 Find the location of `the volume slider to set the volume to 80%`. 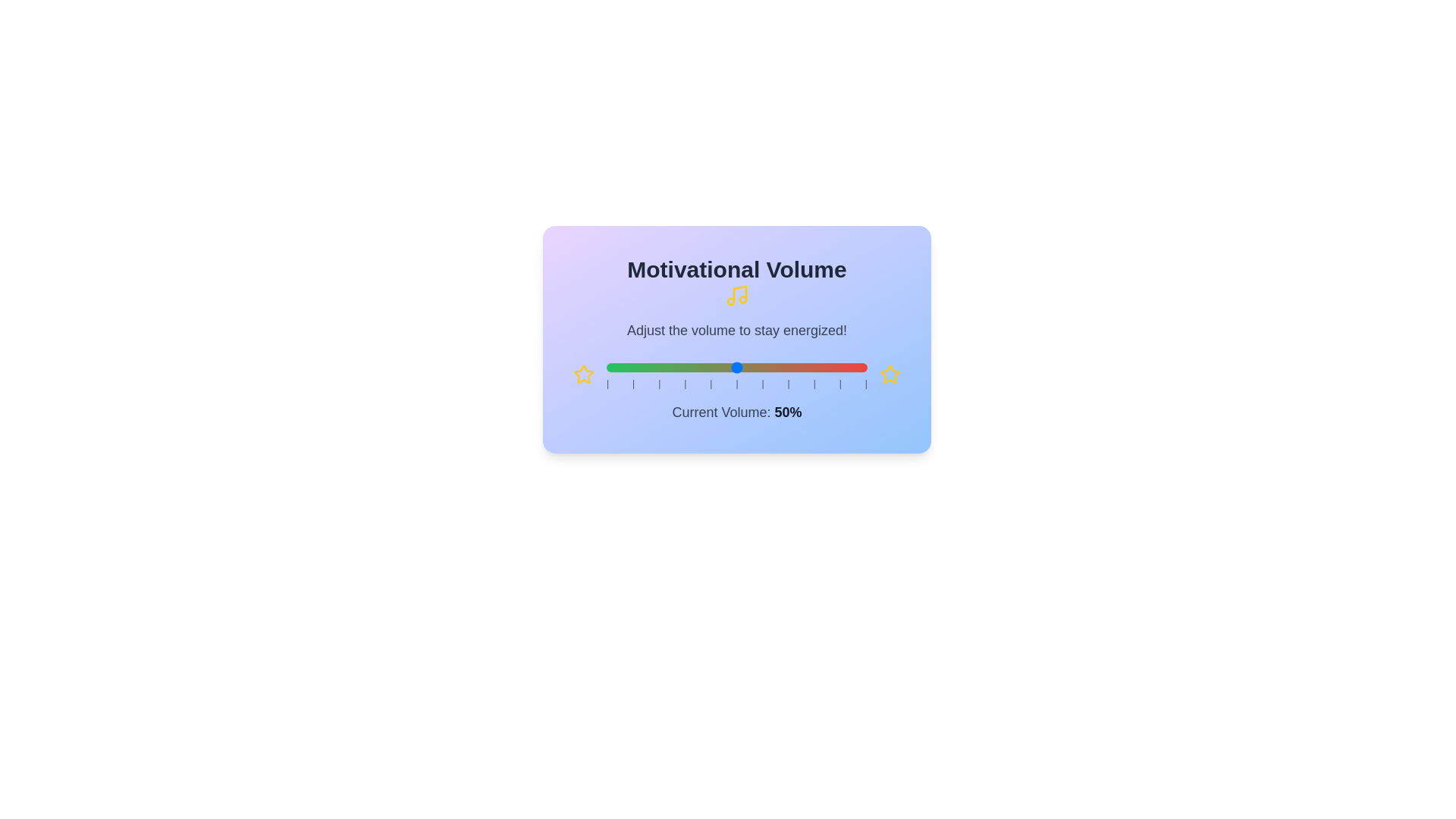

the volume slider to set the volume to 80% is located at coordinates (814, 368).